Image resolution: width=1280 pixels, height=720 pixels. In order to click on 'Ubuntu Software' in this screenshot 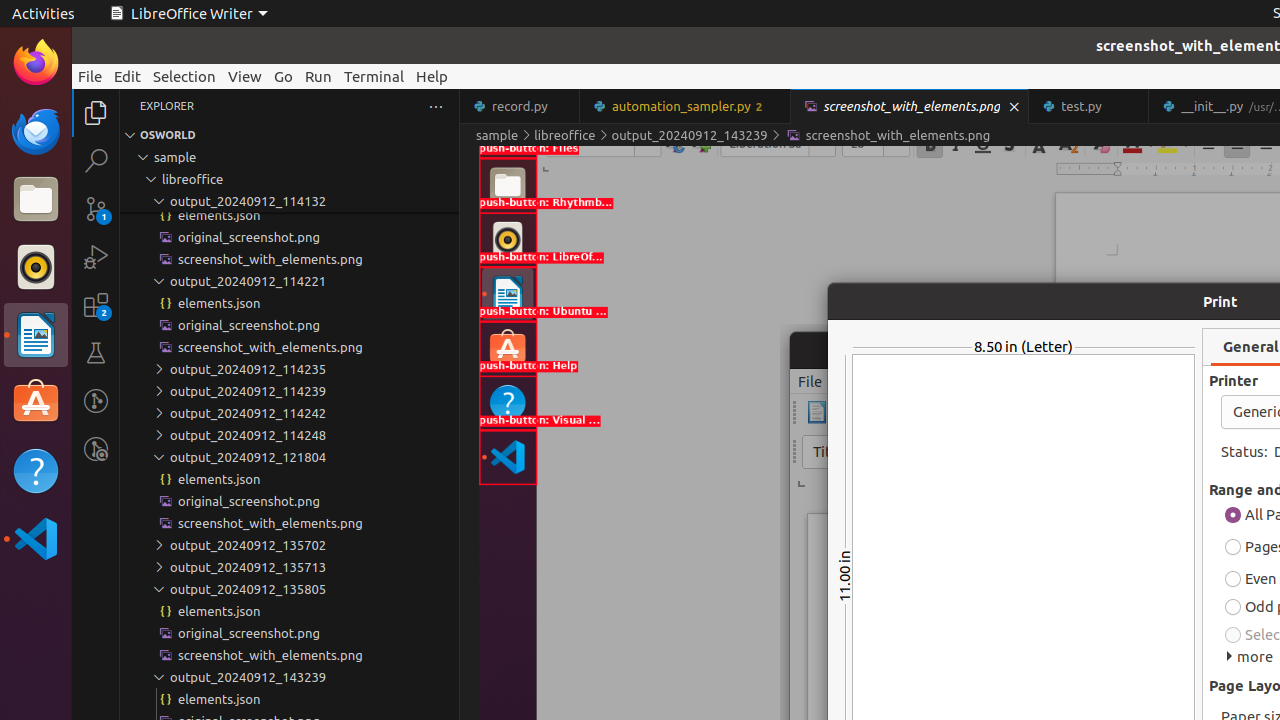, I will do `click(35, 403)`.